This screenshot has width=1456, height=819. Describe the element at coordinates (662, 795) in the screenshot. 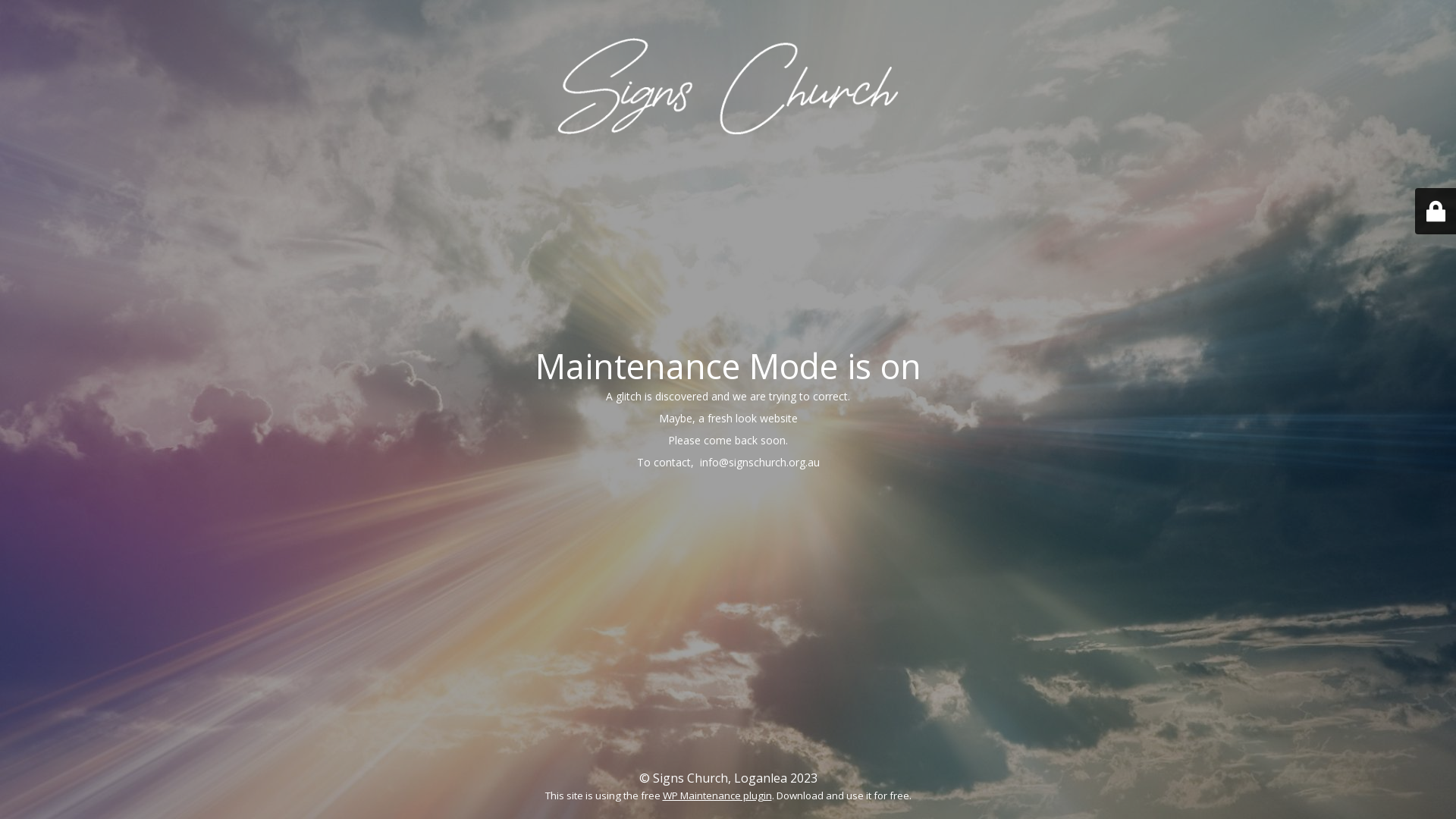

I see `'WP Maintenance plugin'` at that location.